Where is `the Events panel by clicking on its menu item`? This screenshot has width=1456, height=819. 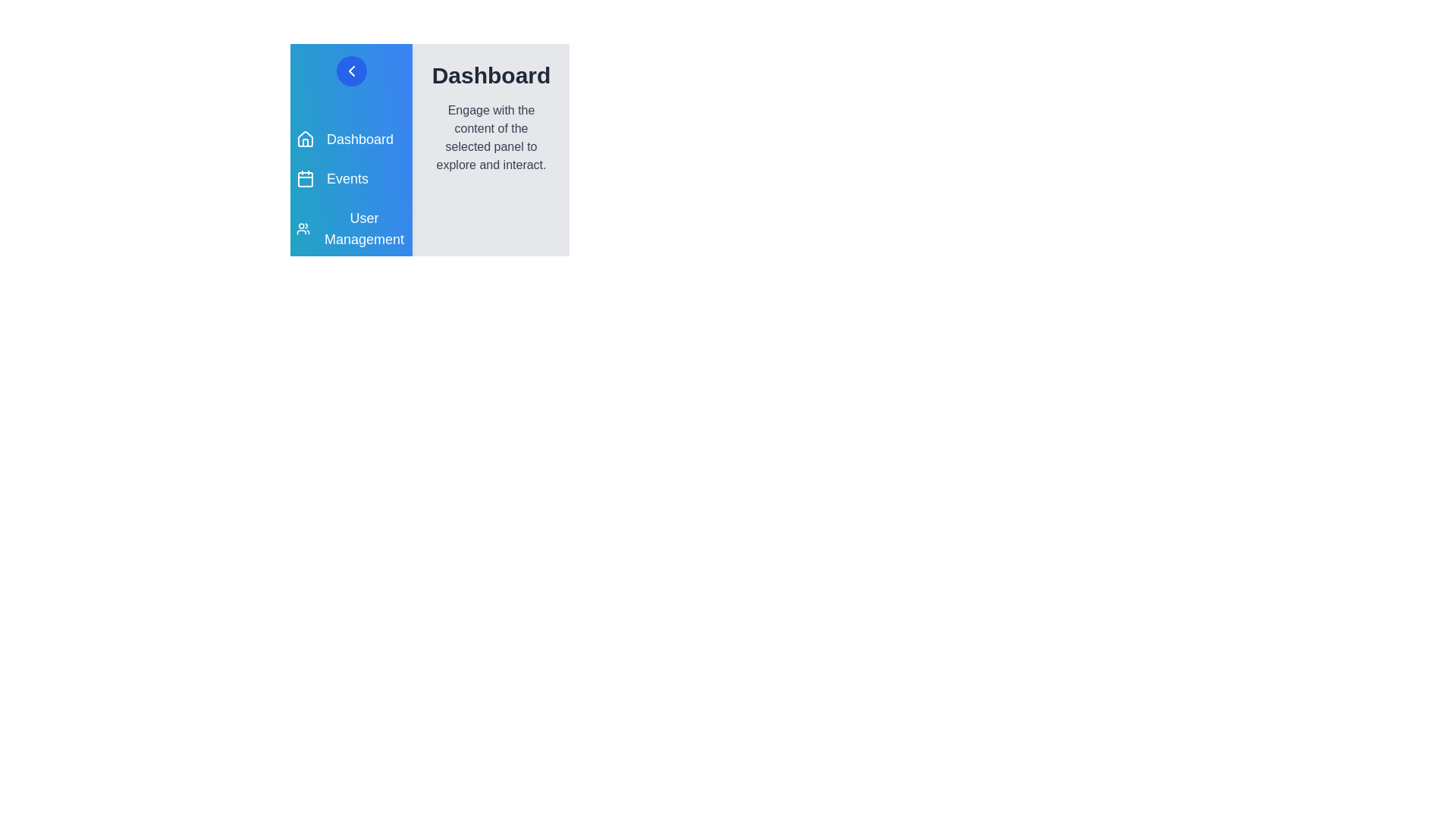
the Events panel by clicking on its menu item is located at coordinates (350, 177).